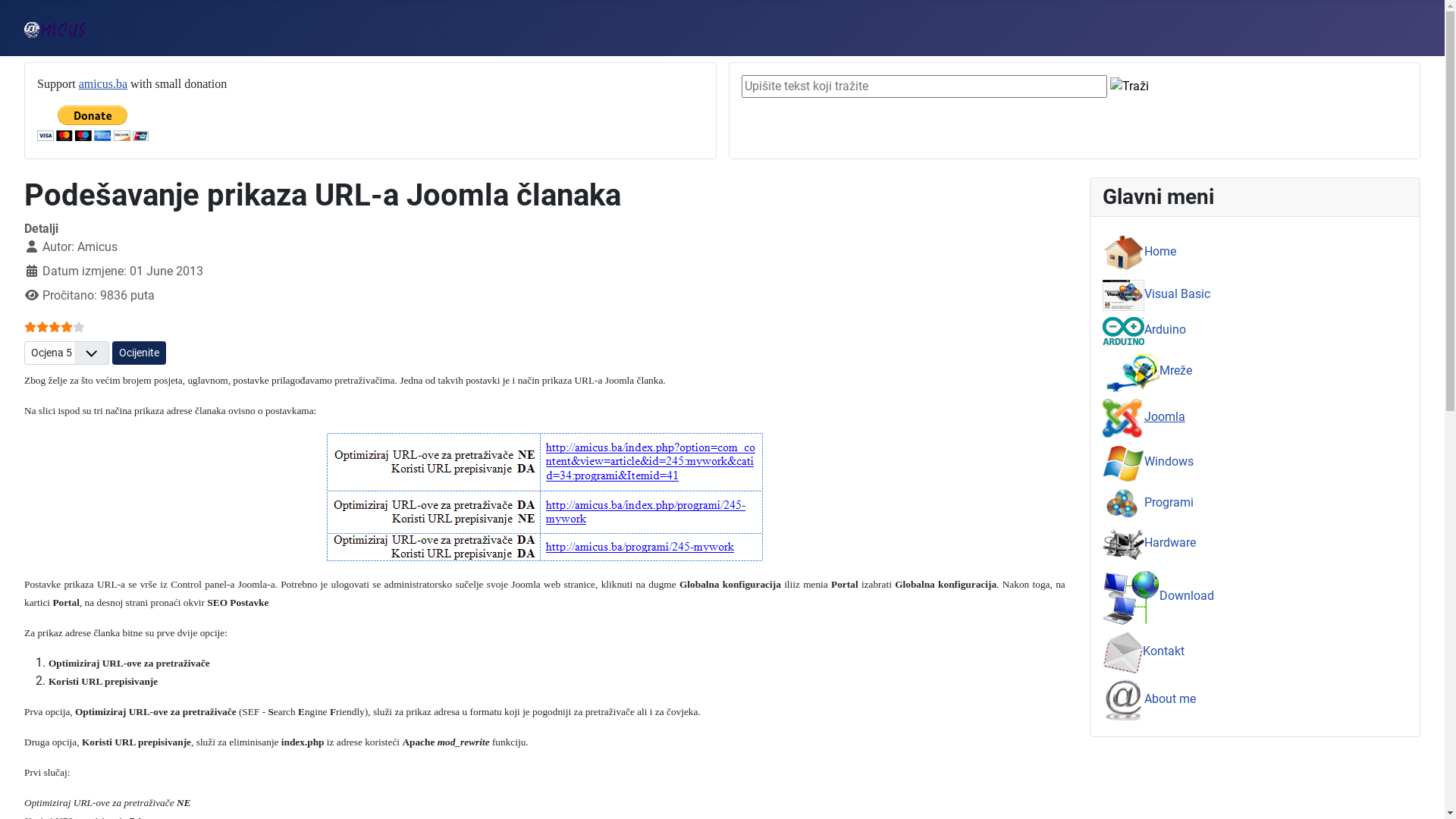  Describe the element at coordinates (1157, 595) in the screenshot. I see `'Download'` at that location.